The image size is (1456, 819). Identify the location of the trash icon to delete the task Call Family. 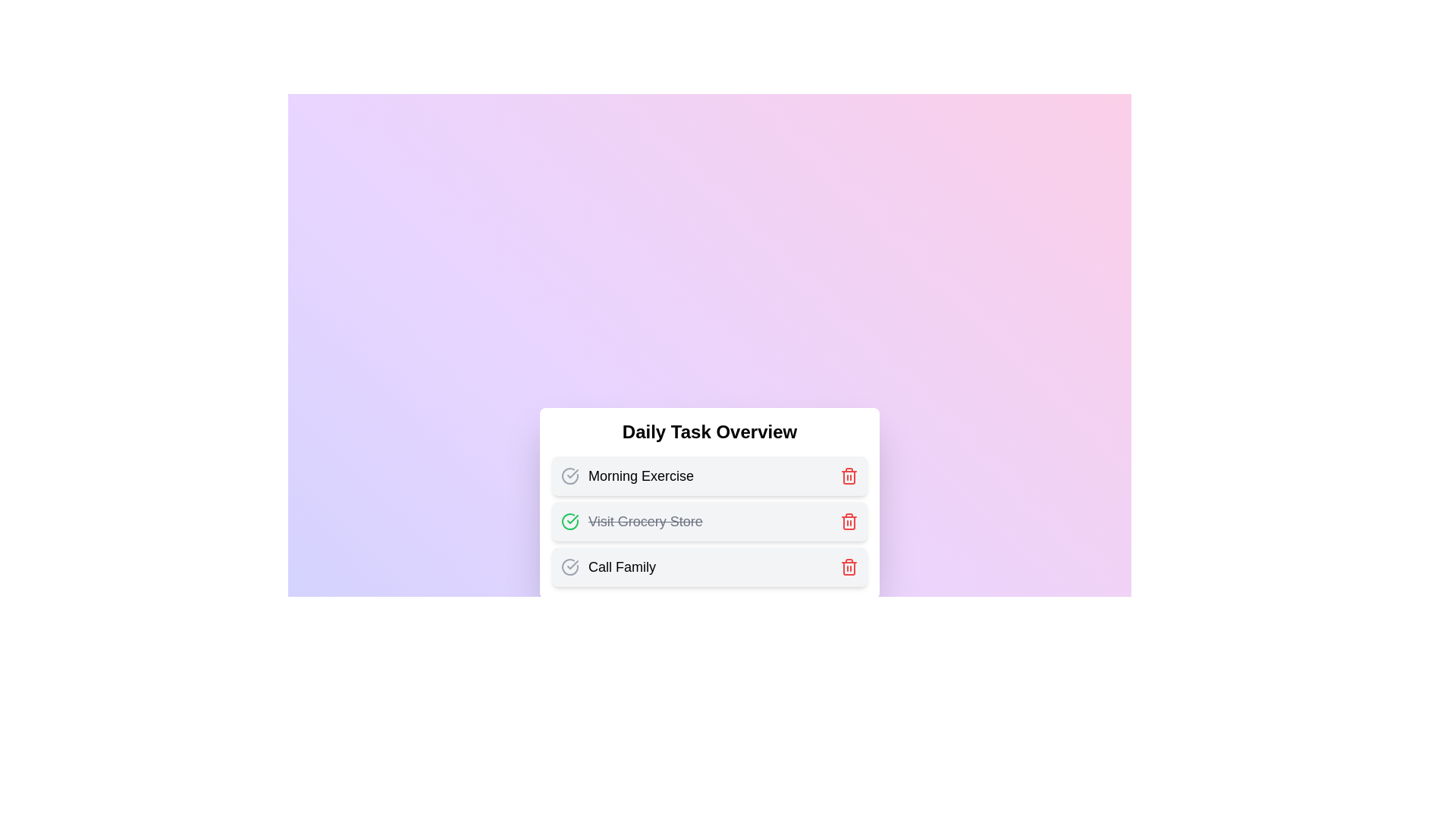
(848, 567).